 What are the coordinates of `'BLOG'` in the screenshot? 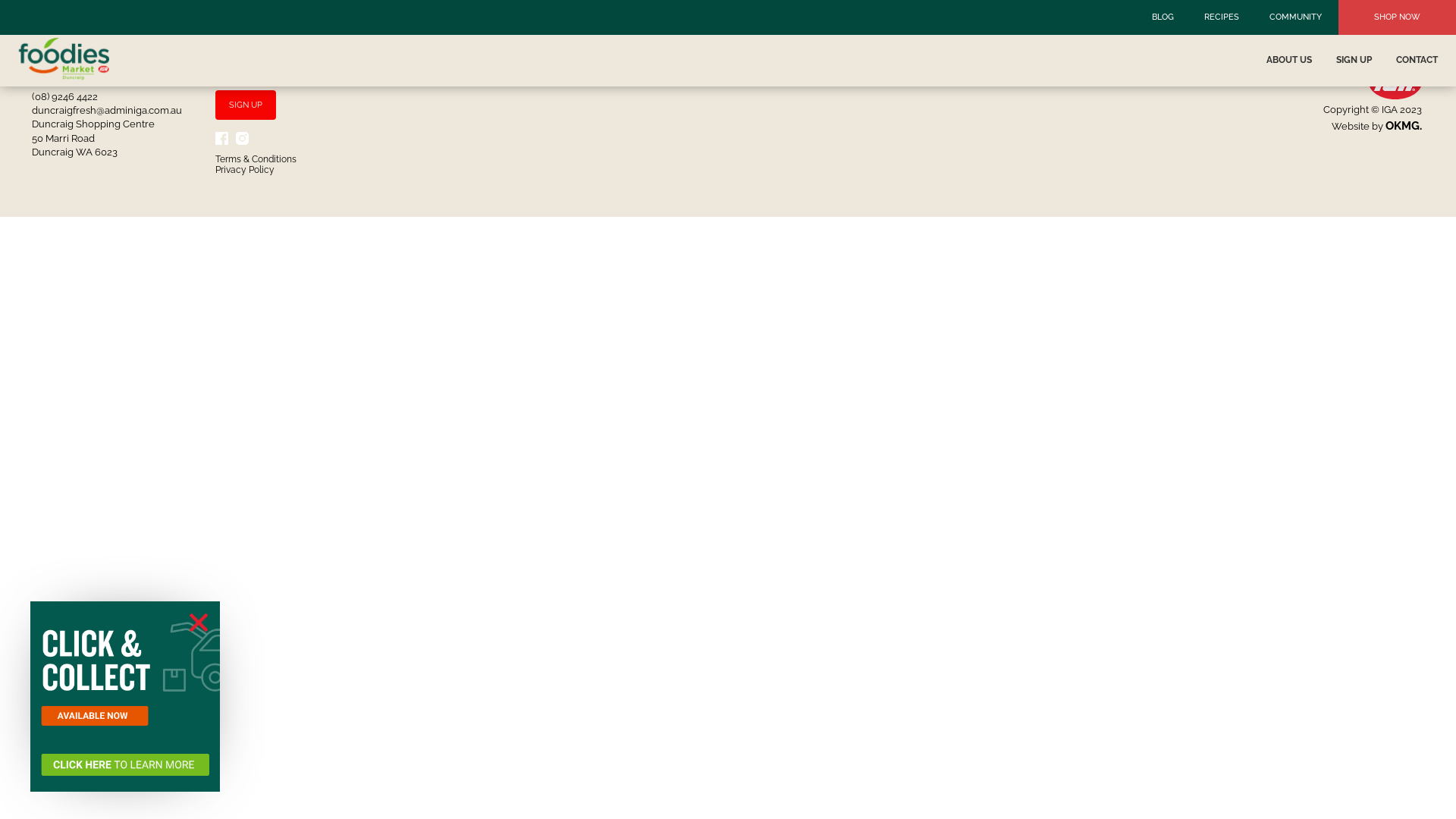 It's located at (1138, 17).